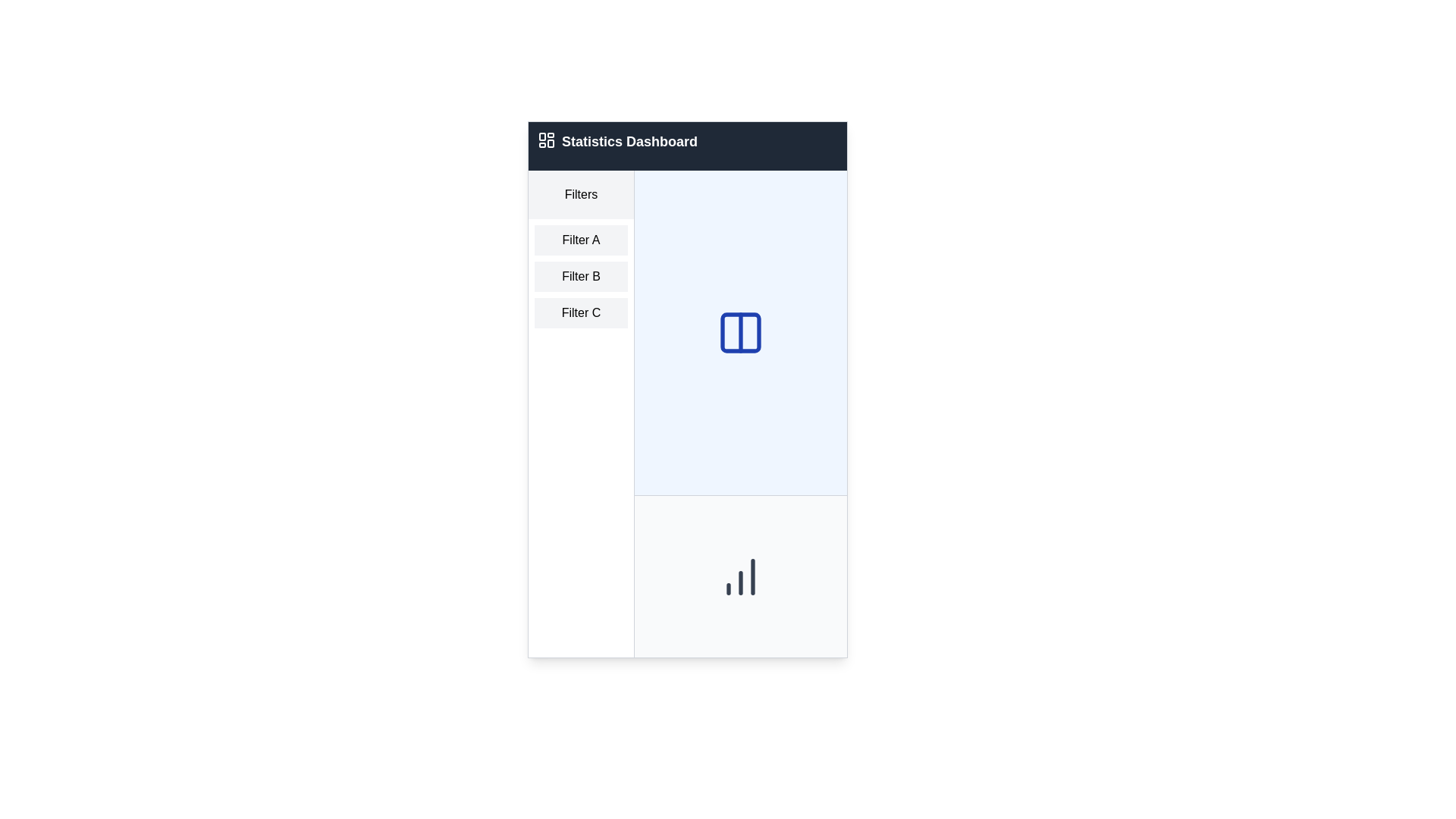  What do you see at coordinates (740, 332) in the screenshot?
I see `the SVG icon with a blue color, which is visually divided into two equal parts by a vertical line, located in the center of a light blue background` at bounding box center [740, 332].